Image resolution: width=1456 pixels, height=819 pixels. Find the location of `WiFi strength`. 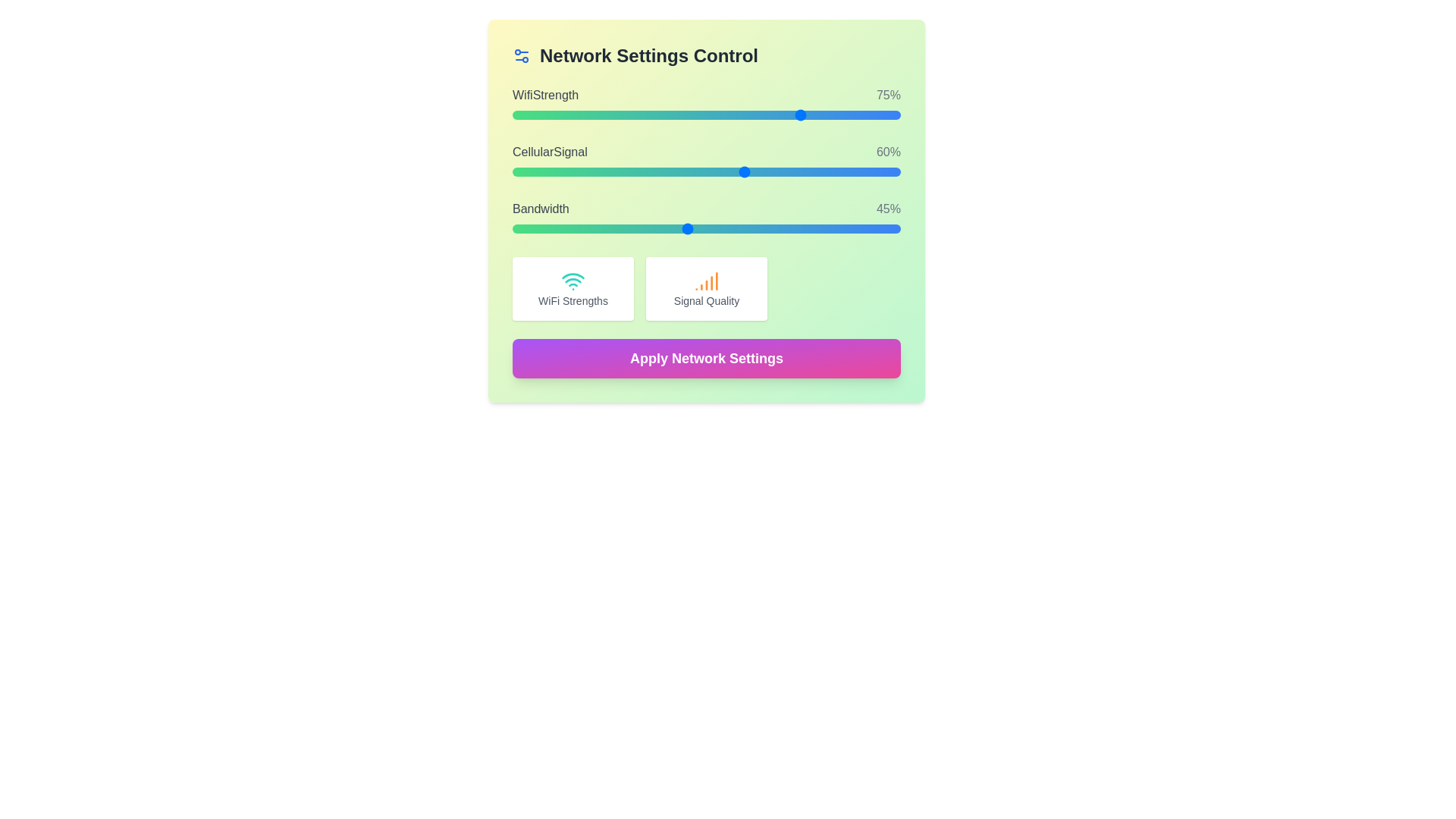

WiFi strength is located at coordinates (757, 114).